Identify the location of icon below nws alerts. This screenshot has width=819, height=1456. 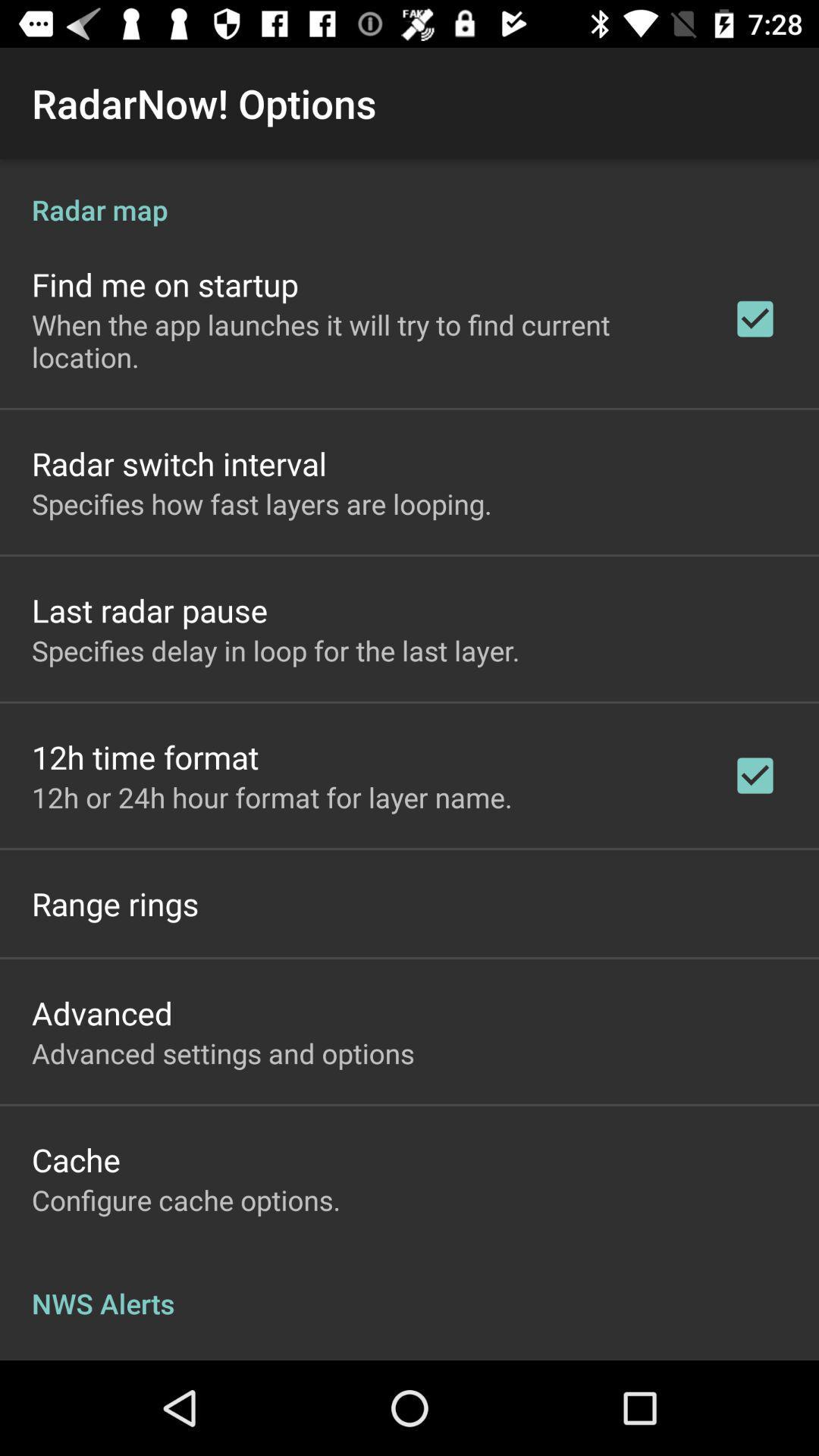
(133, 1358).